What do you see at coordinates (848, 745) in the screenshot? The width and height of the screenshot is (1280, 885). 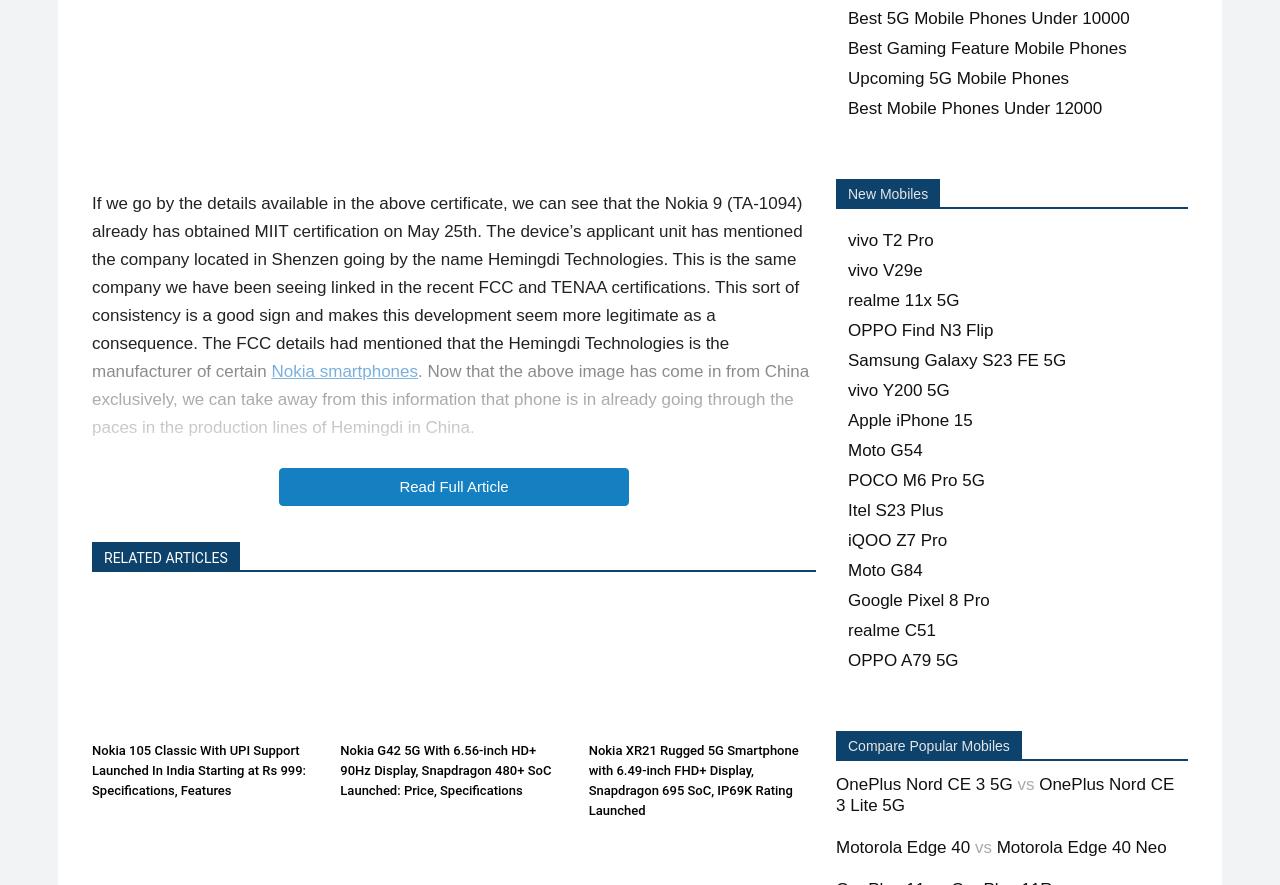 I see `'Compare Popular Mobiles'` at bounding box center [848, 745].